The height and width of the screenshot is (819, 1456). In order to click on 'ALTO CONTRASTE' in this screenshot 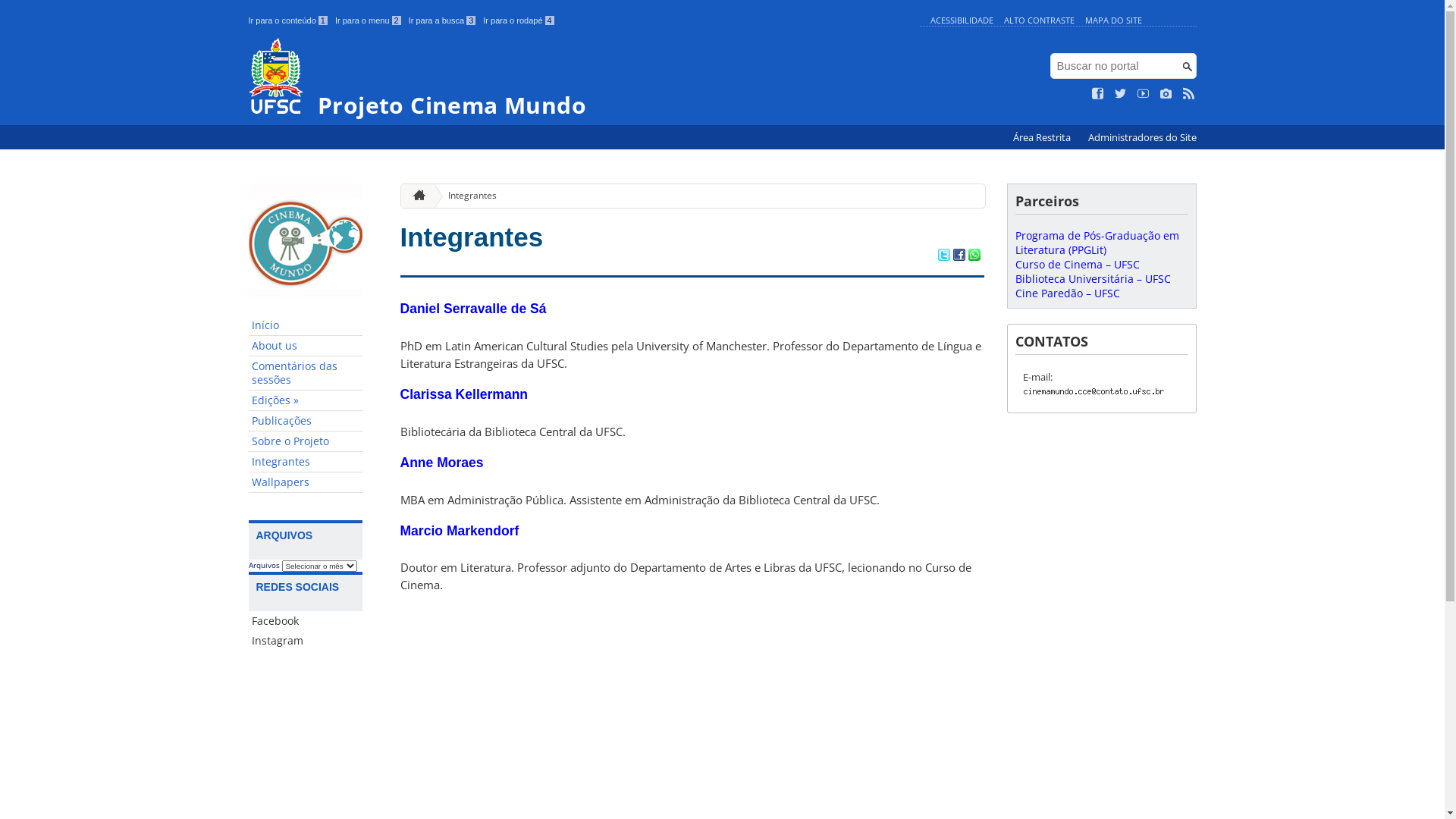, I will do `click(1038, 20)`.